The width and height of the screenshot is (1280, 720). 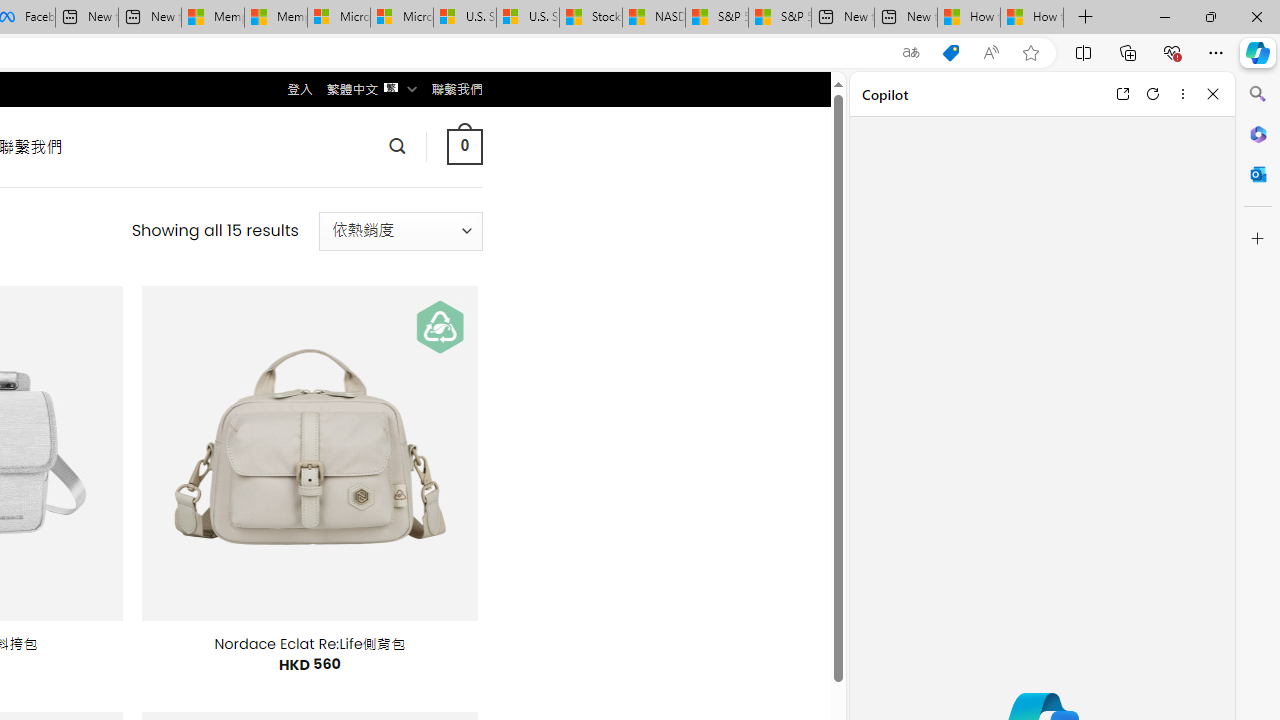 I want to click on 'S&P 500, Nasdaq end lower, weighed by Nvidia dip | Watch', so click(x=779, y=17).